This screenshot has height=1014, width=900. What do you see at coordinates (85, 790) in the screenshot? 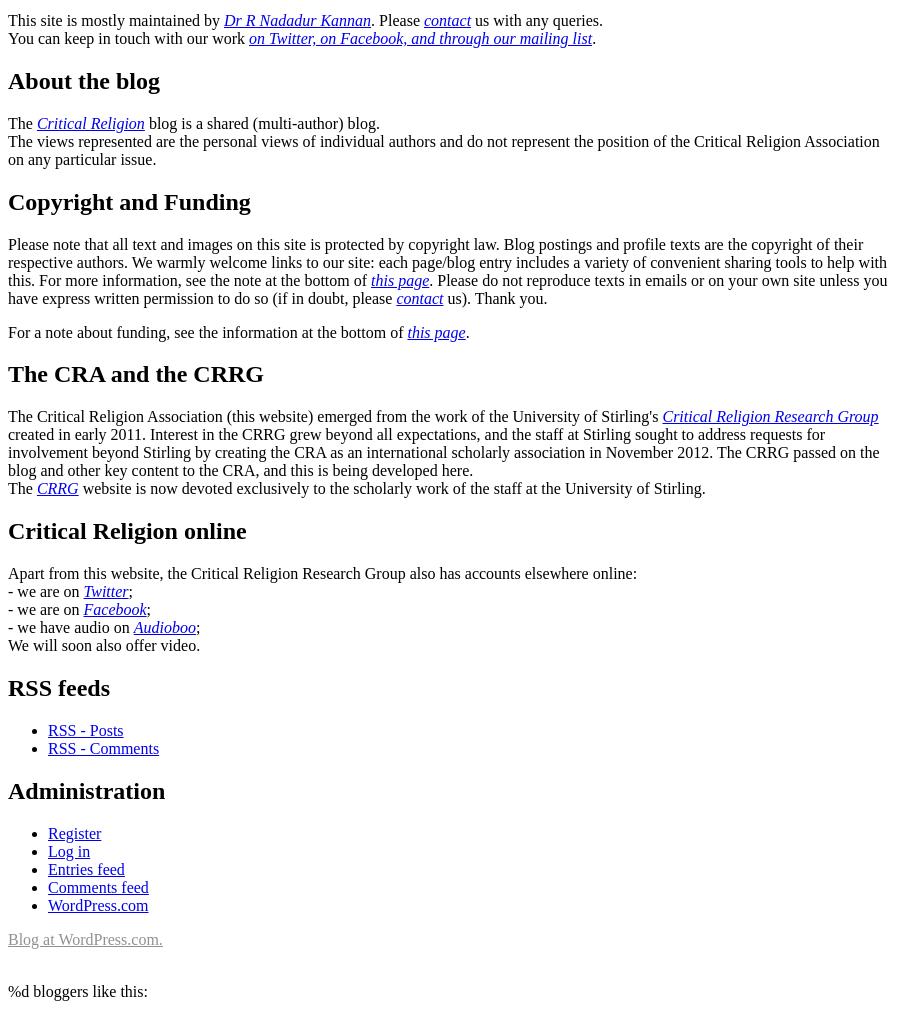
I see `'Administration'` at bounding box center [85, 790].